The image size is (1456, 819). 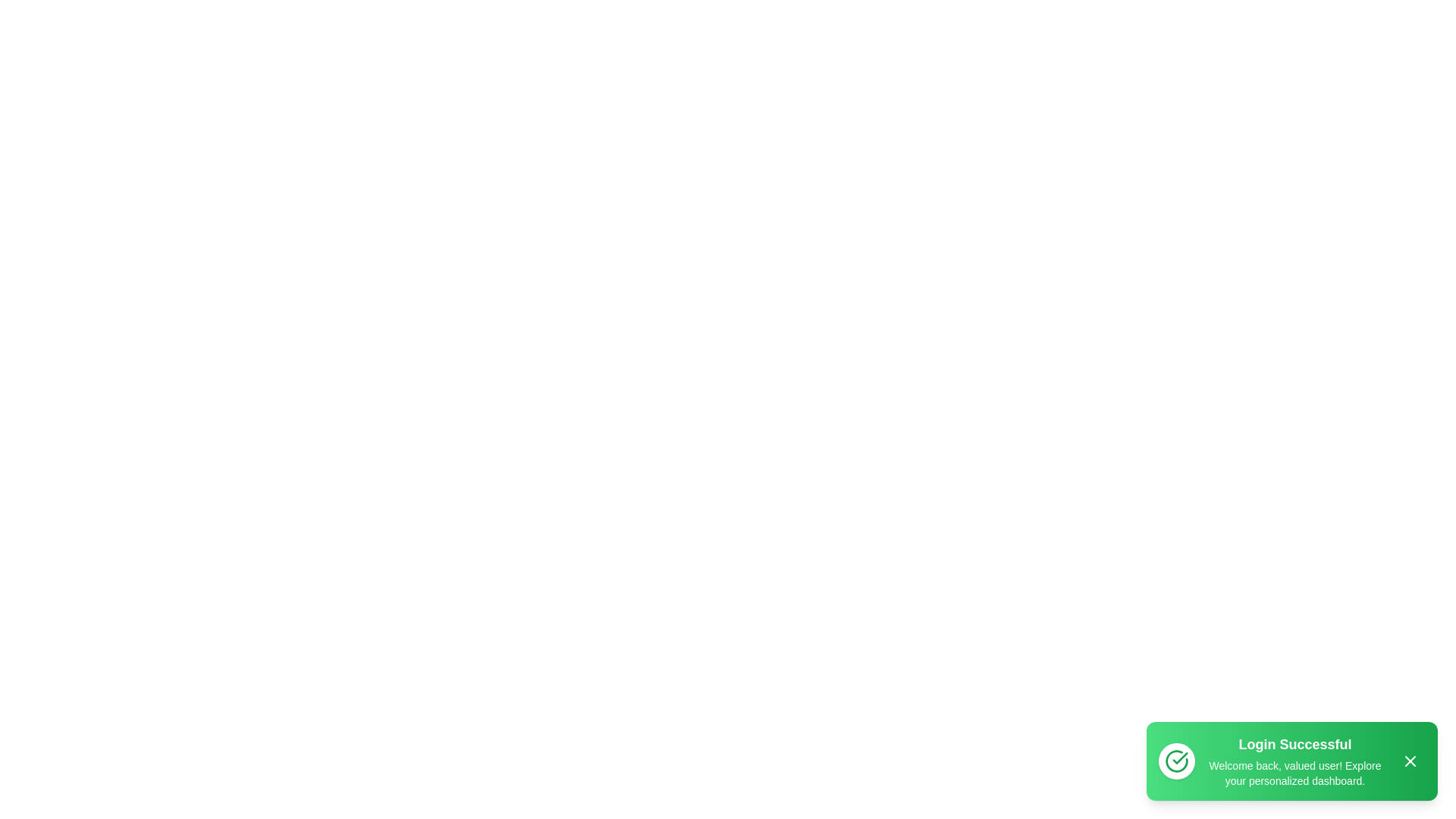 What do you see at coordinates (1410, 761) in the screenshot?
I see `the close button to dismiss the notification` at bounding box center [1410, 761].